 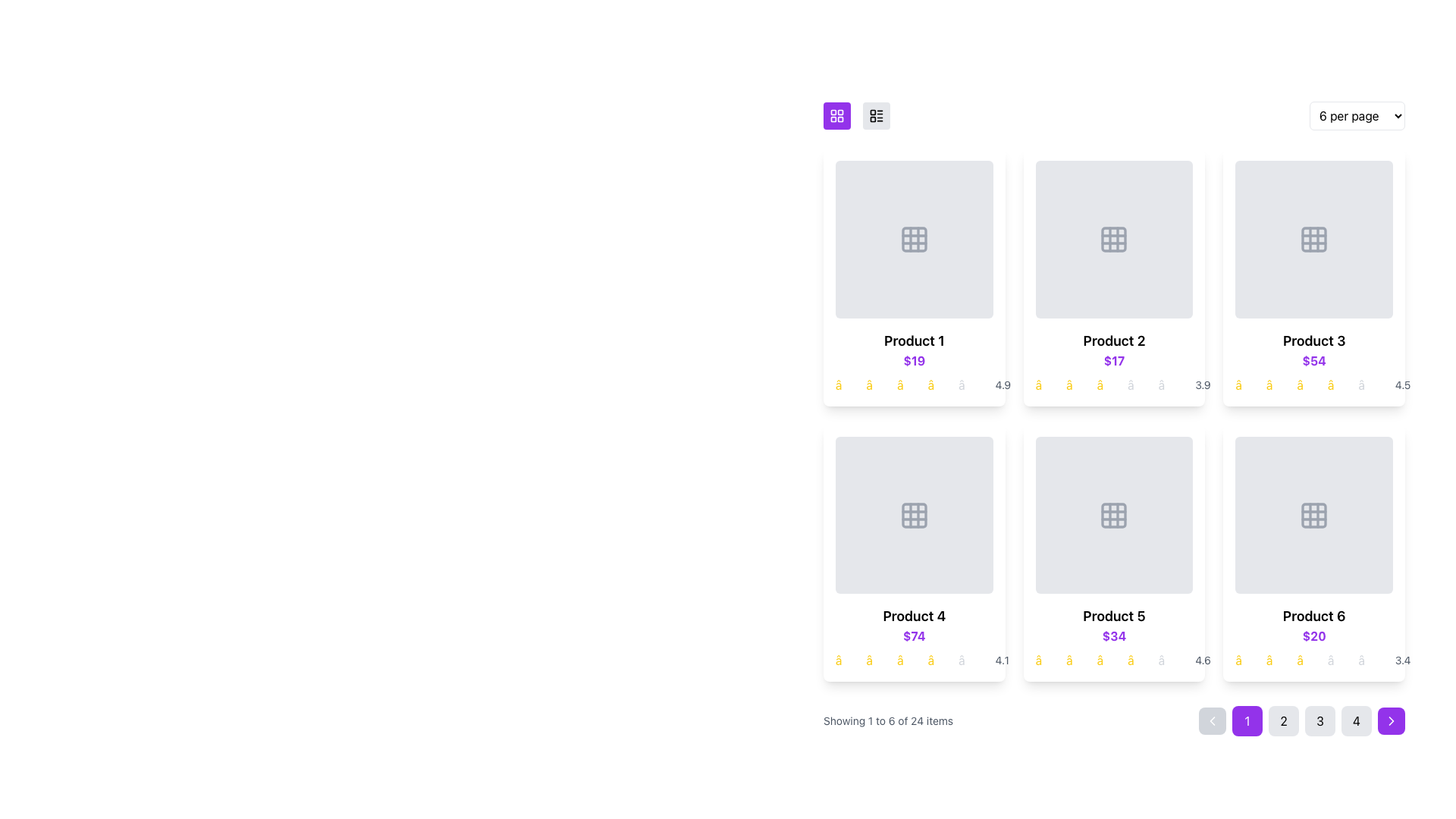 What do you see at coordinates (1143, 384) in the screenshot?
I see `the fourth outlined star icon in the rating system for 'Product 2'` at bounding box center [1143, 384].